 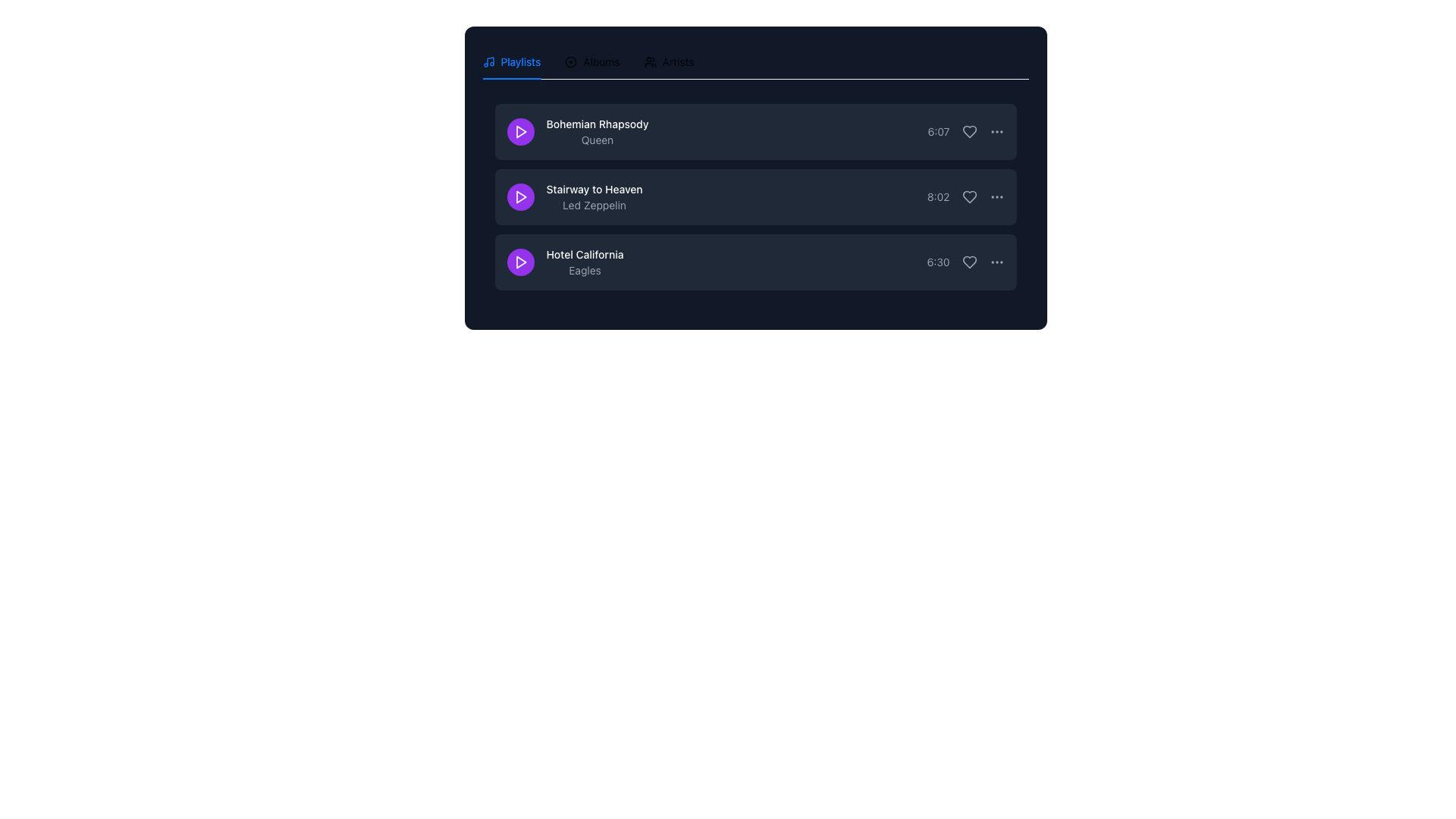 I want to click on the 'Albums' navigation tab, which is the second tab in a series of three, positioned between 'Playlists' and 'Artists', so click(x=591, y=61).